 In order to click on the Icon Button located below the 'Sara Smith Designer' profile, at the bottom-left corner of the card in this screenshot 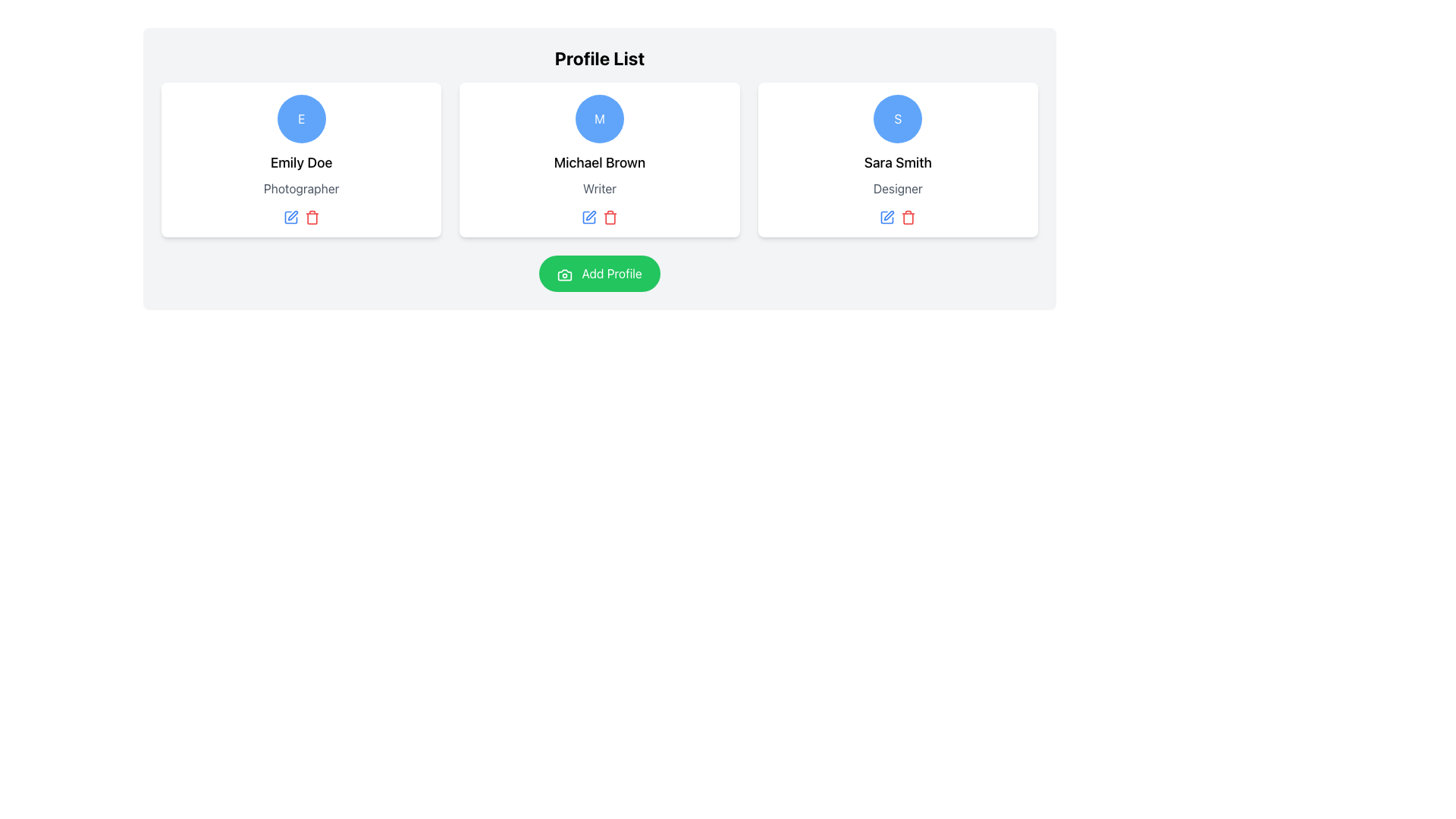, I will do `click(887, 217)`.